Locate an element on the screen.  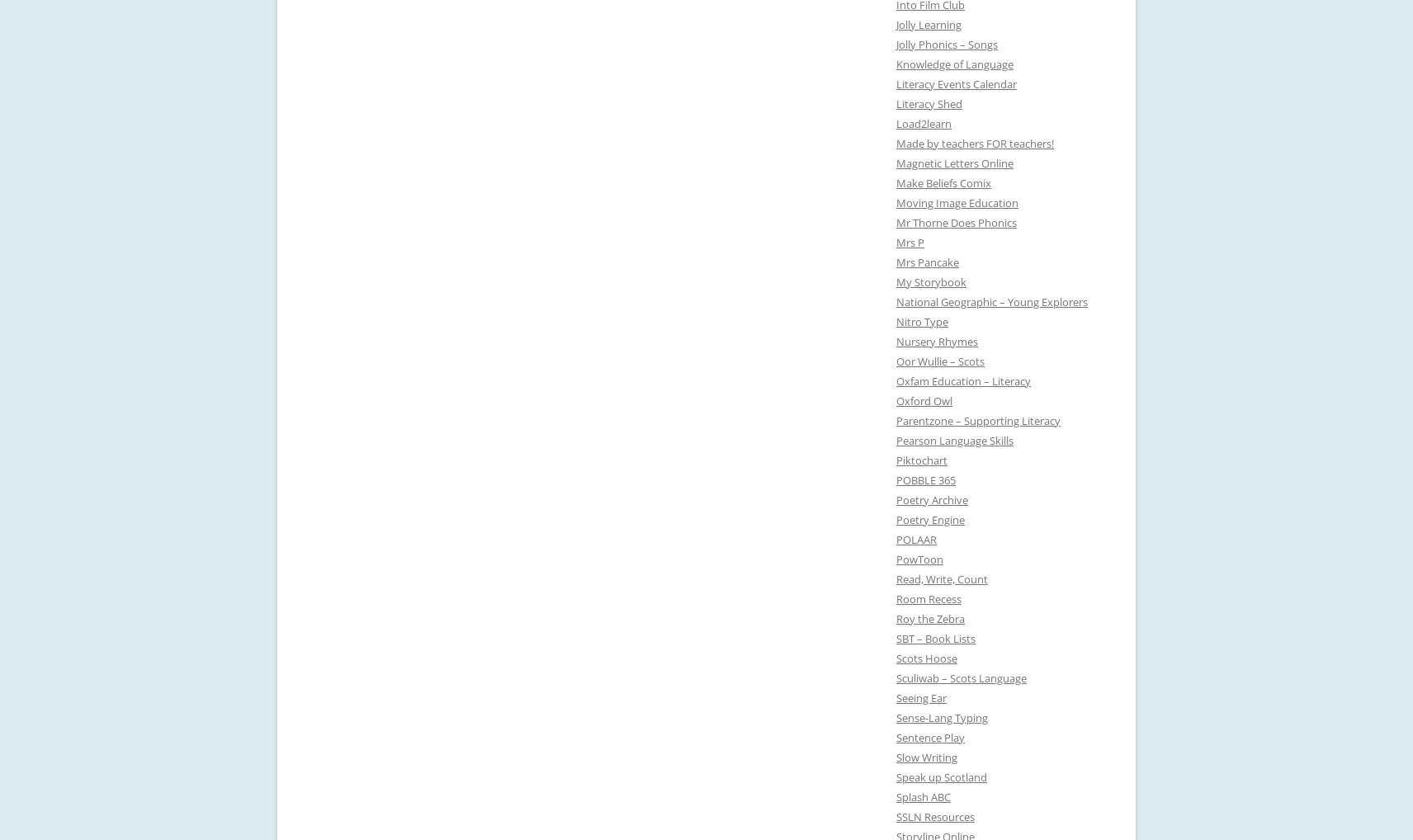
'Read, Write, Count' is located at coordinates (896, 579).